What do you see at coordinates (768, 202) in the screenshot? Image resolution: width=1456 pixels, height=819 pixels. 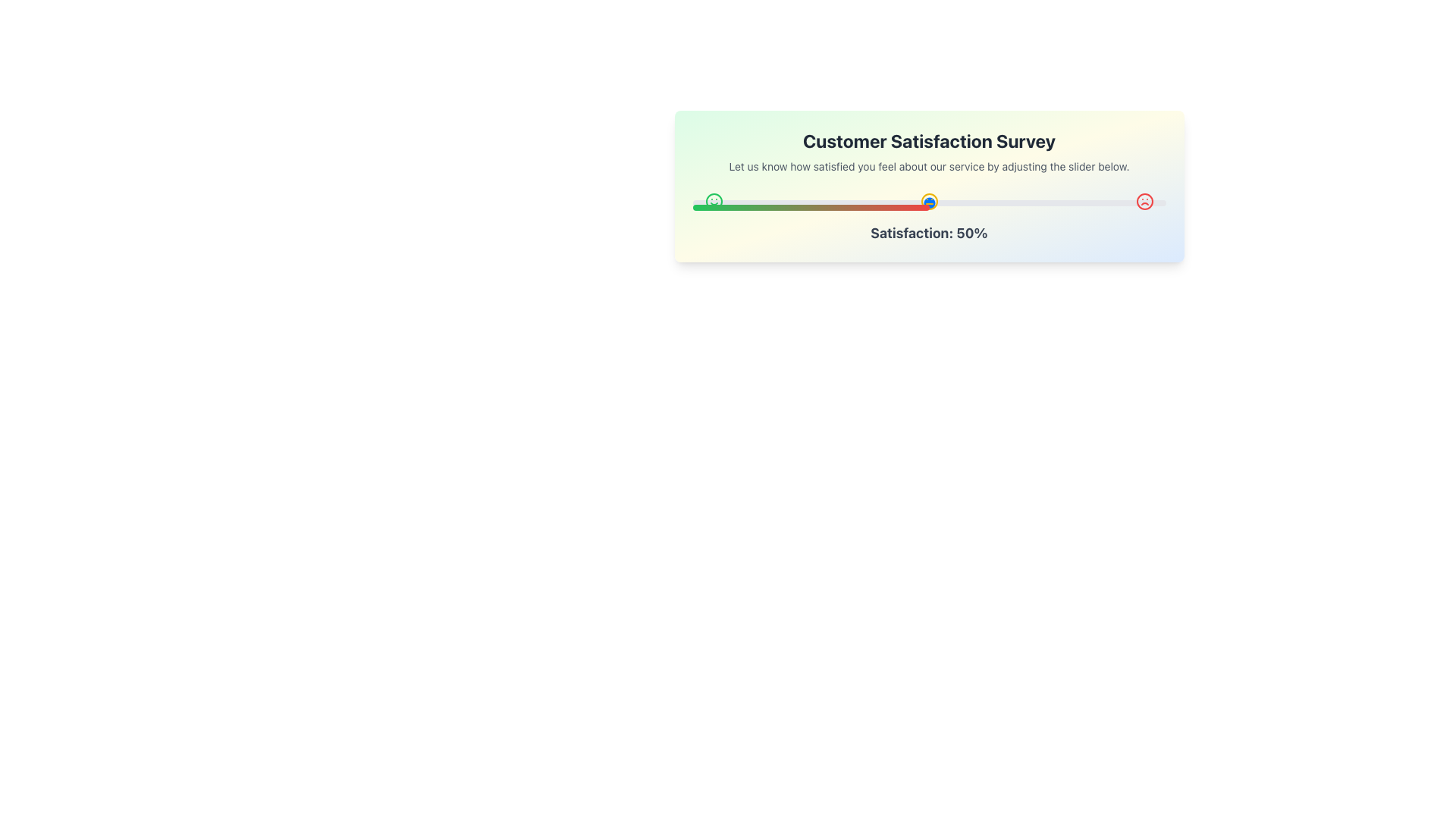 I see `customer satisfaction level` at bounding box center [768, 202].